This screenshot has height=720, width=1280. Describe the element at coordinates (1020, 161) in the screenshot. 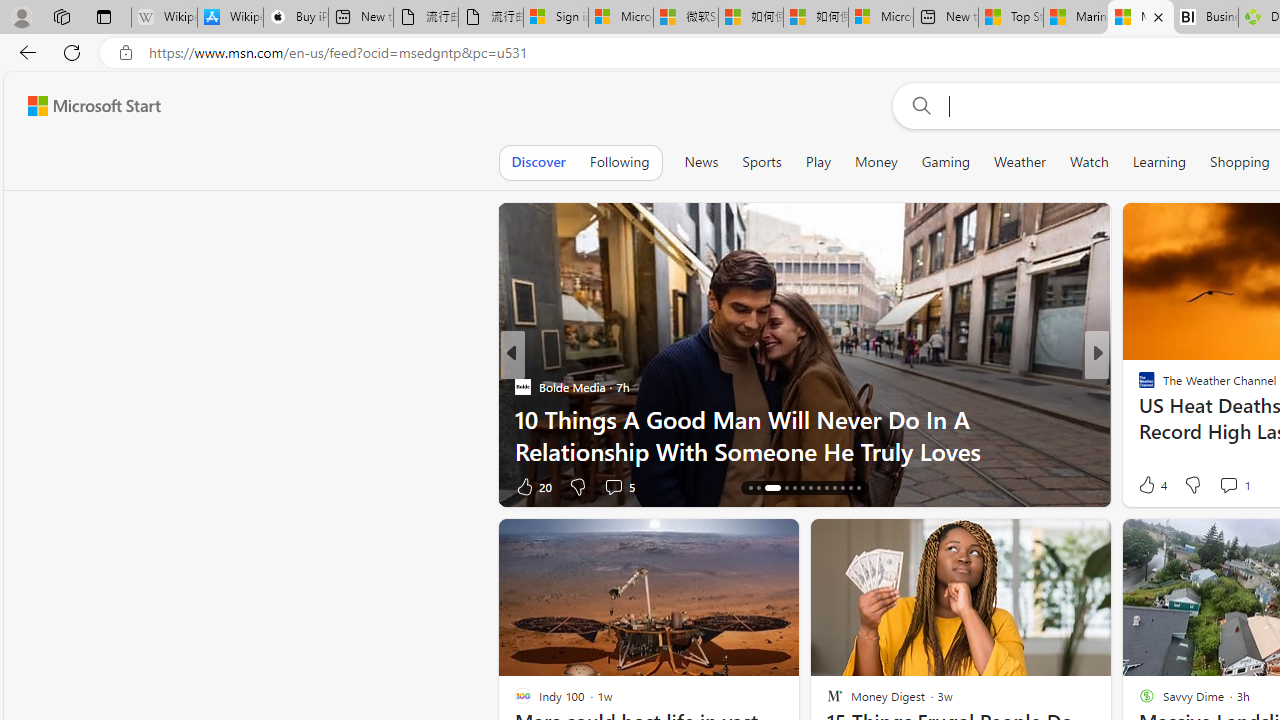

I see `'Weather'` at that location.